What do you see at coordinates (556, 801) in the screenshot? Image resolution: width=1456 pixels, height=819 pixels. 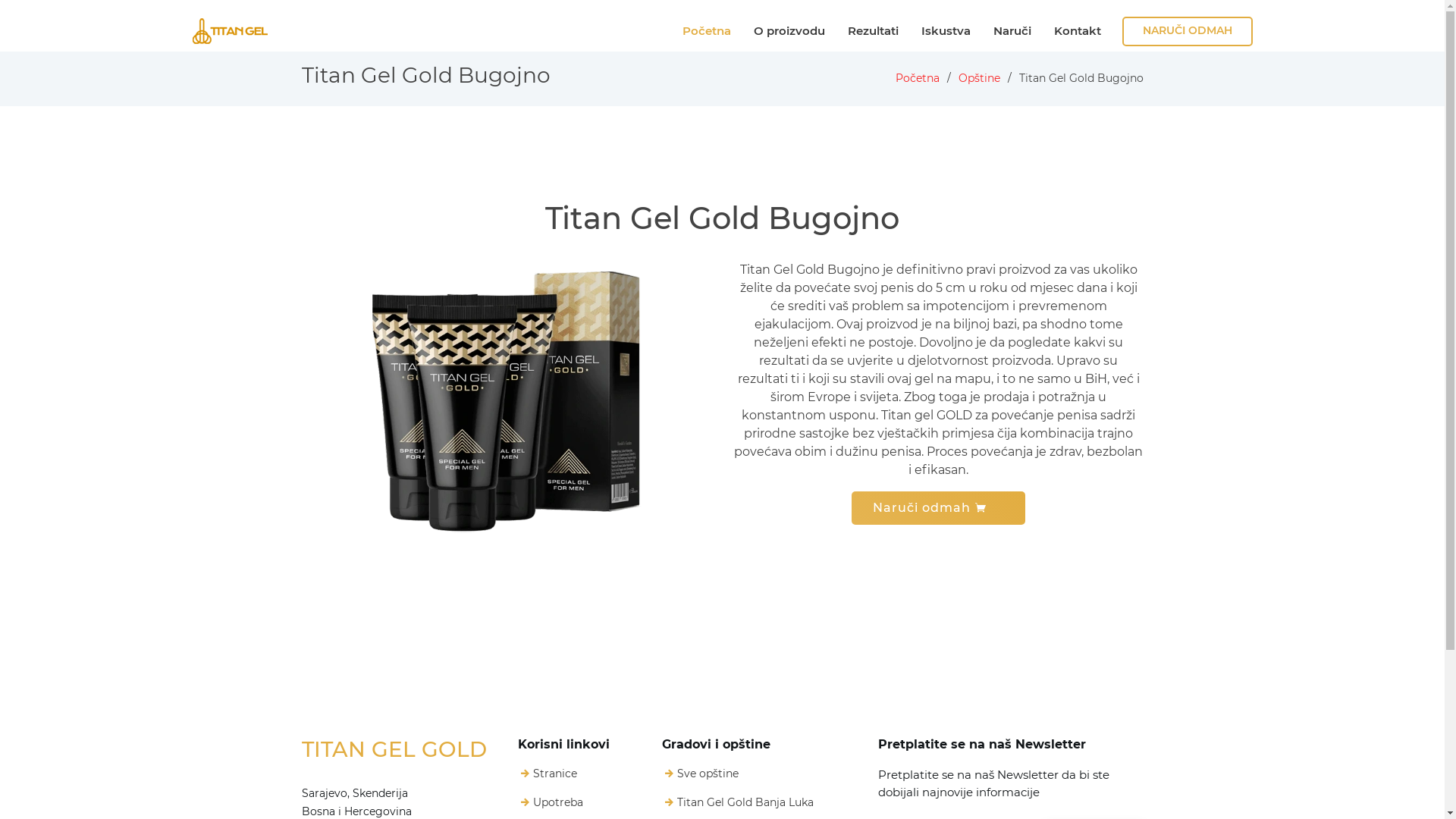 I see `'Upotreba'` at bounding box center [556, 801].